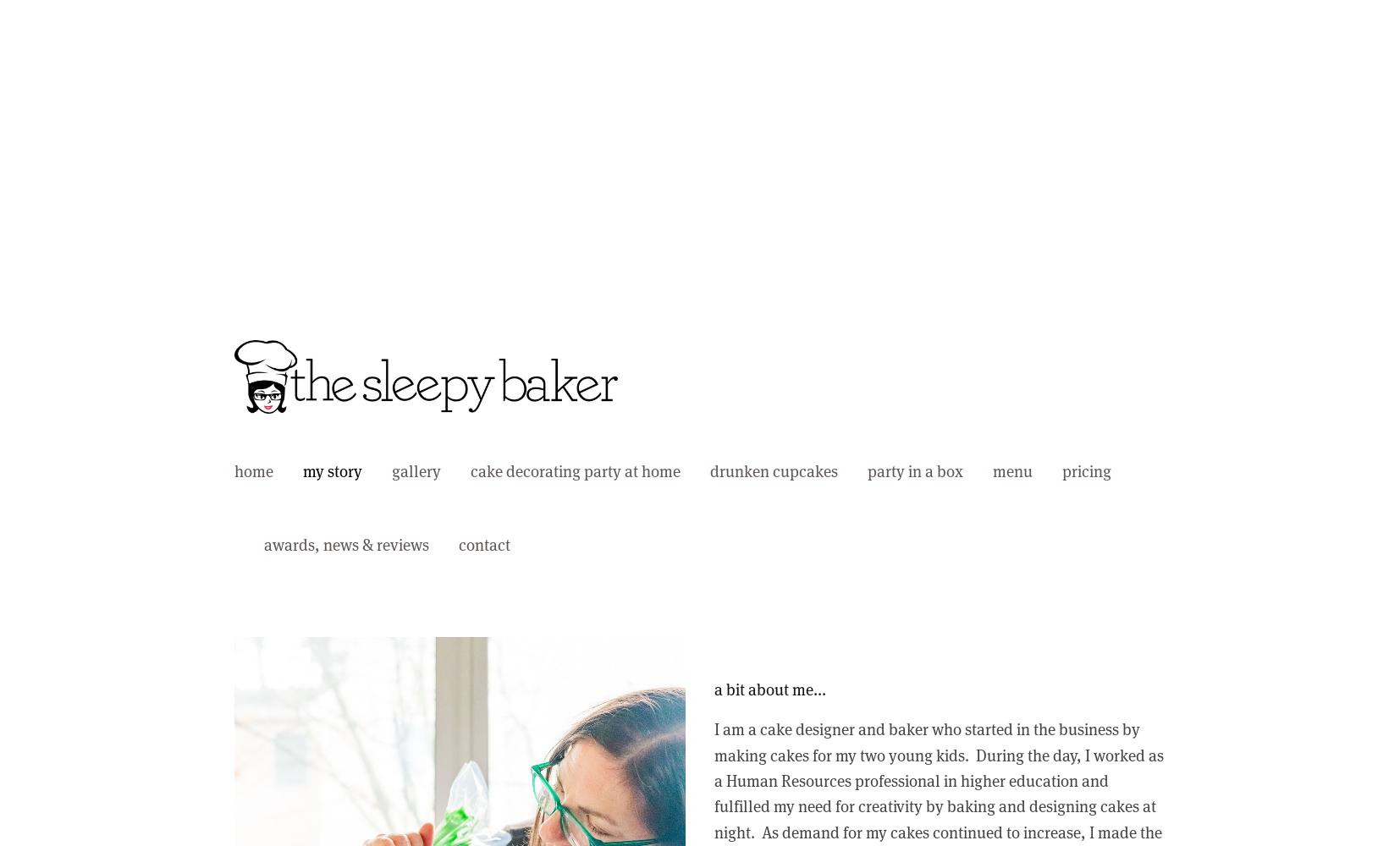  I want to click on 'home', so click(234, 470).